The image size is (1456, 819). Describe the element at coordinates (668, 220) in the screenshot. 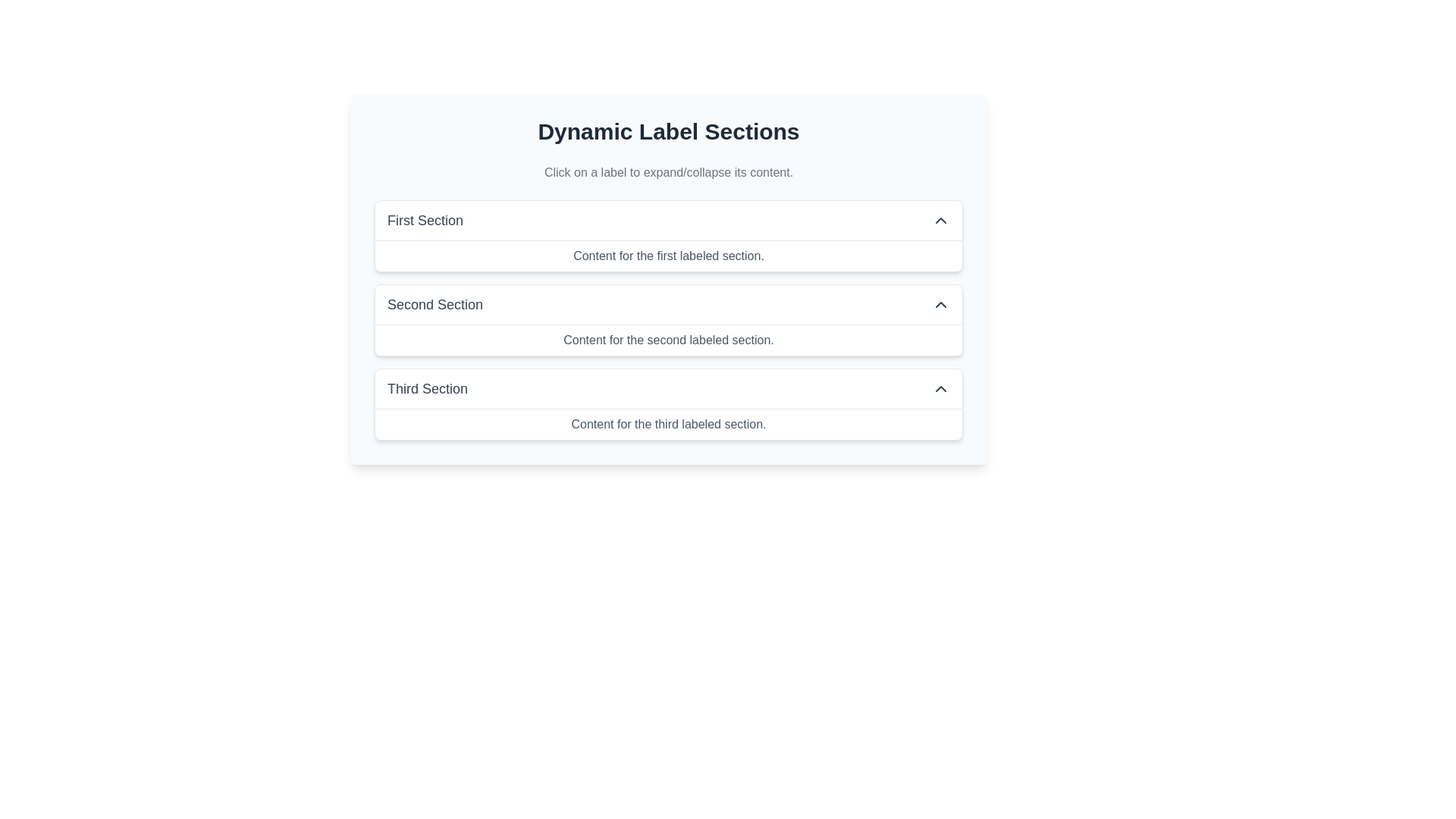

I see `the toggle button for expanding or collapsing the content panel labeled 'Content for the first labeled section.'` at that location.